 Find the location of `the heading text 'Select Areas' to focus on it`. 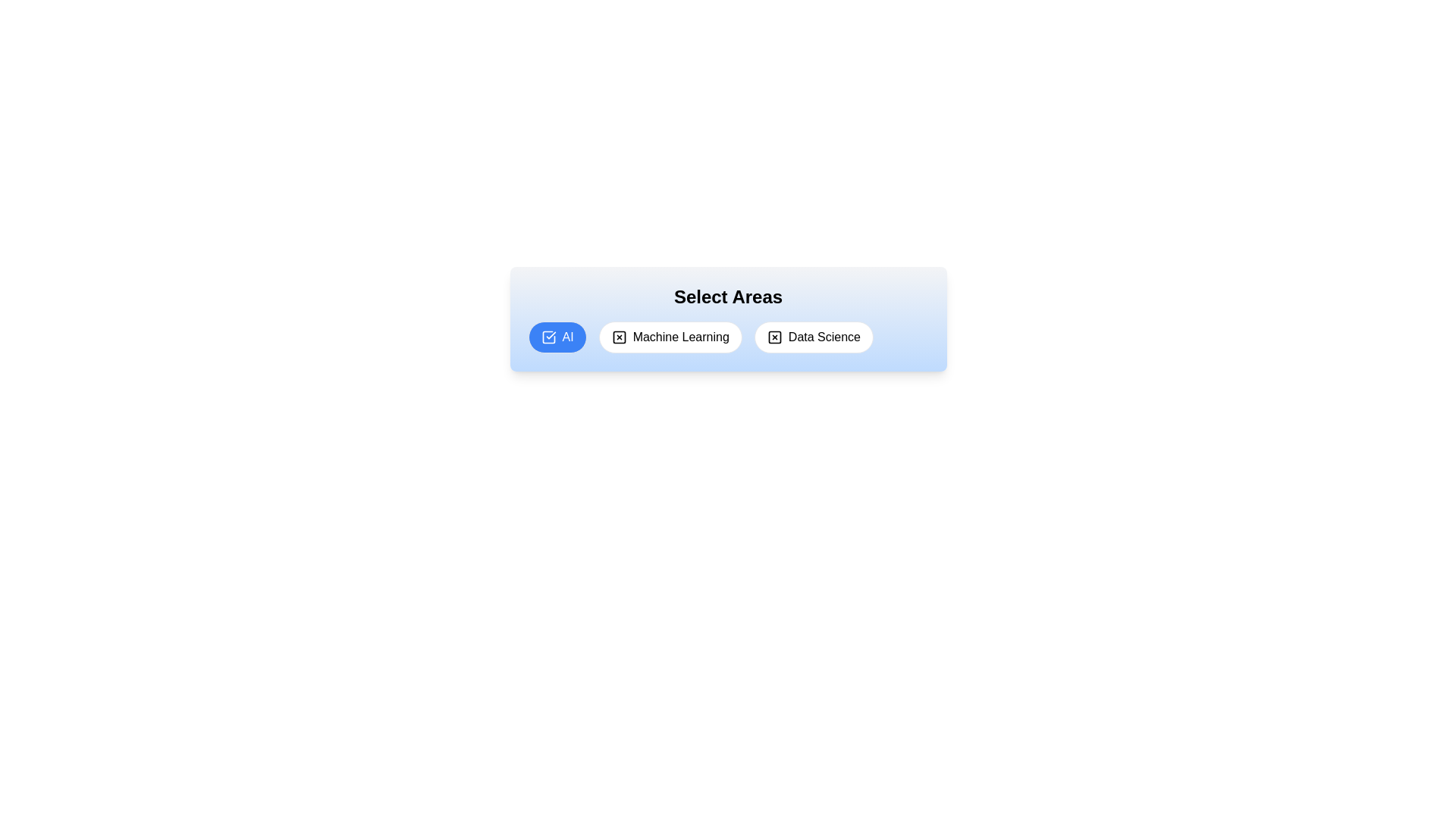

the heading text 'Select Areas' to focus on it is located at coordinates (728, 297).